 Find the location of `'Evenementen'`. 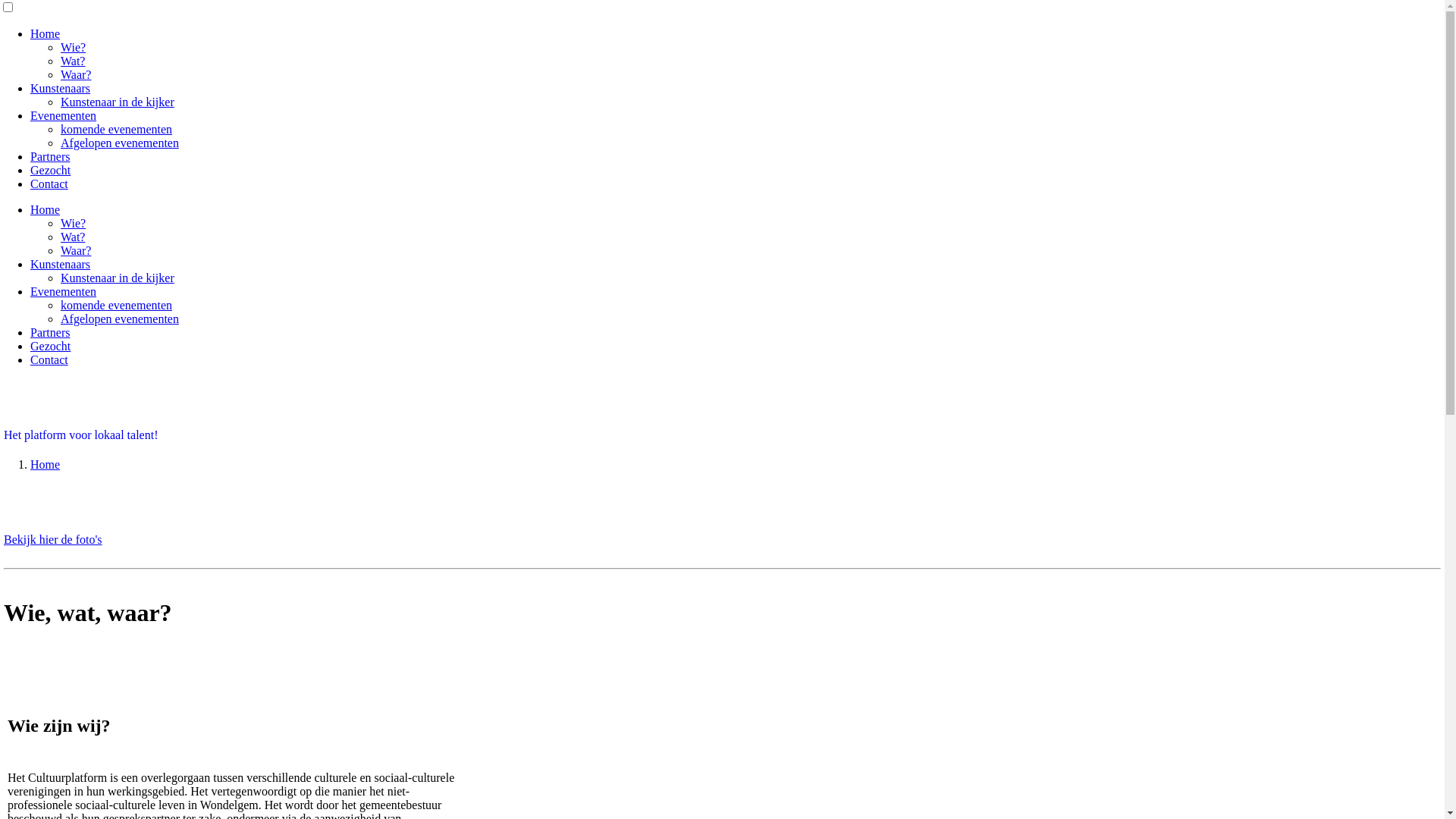

'Evenementen' is located at coordinates (62, 115).